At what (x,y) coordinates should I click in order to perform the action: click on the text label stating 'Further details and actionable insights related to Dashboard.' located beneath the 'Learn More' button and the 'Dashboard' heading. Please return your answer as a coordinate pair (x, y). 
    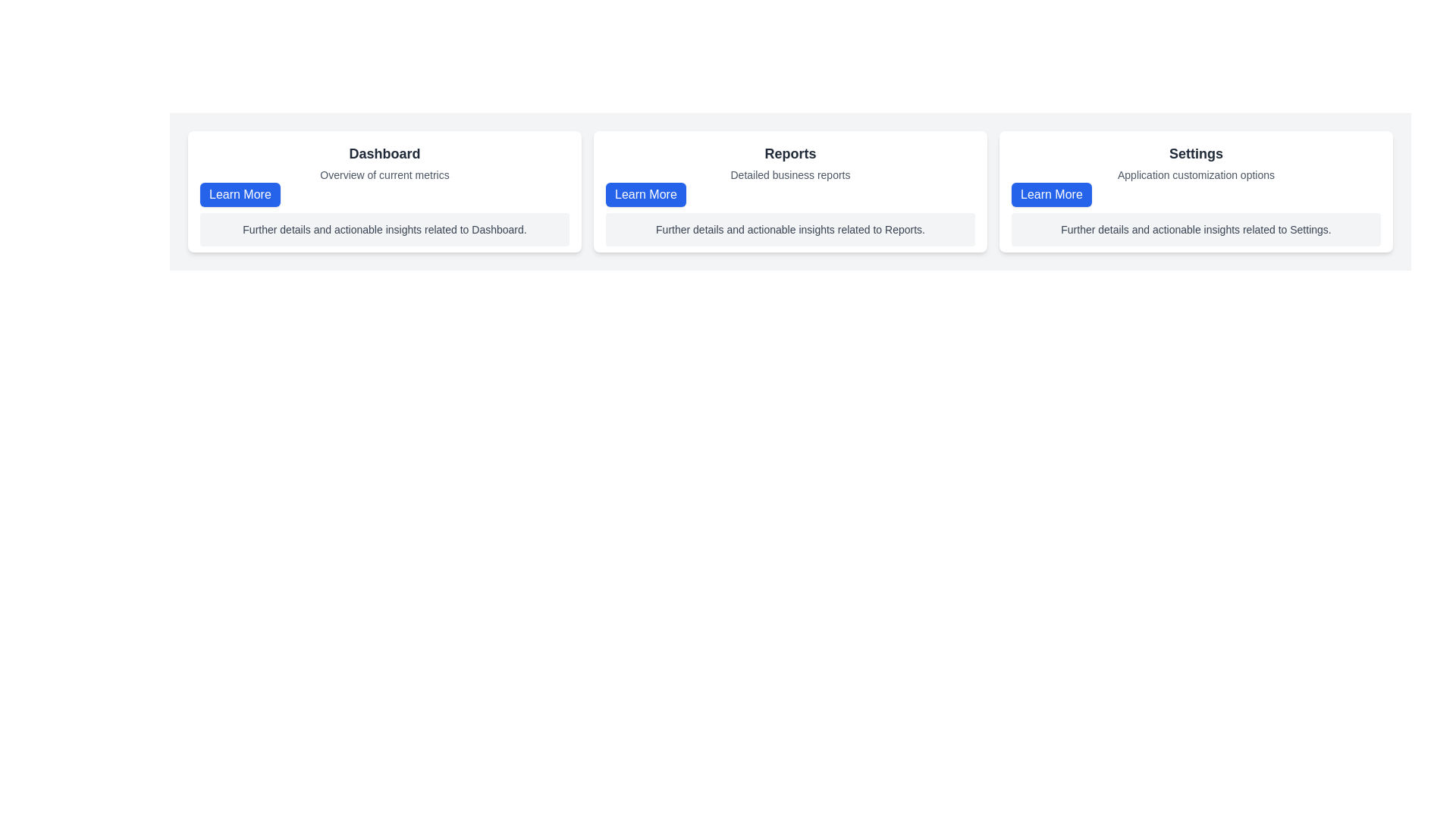
    Looking at the image, I should click on (384, 230).